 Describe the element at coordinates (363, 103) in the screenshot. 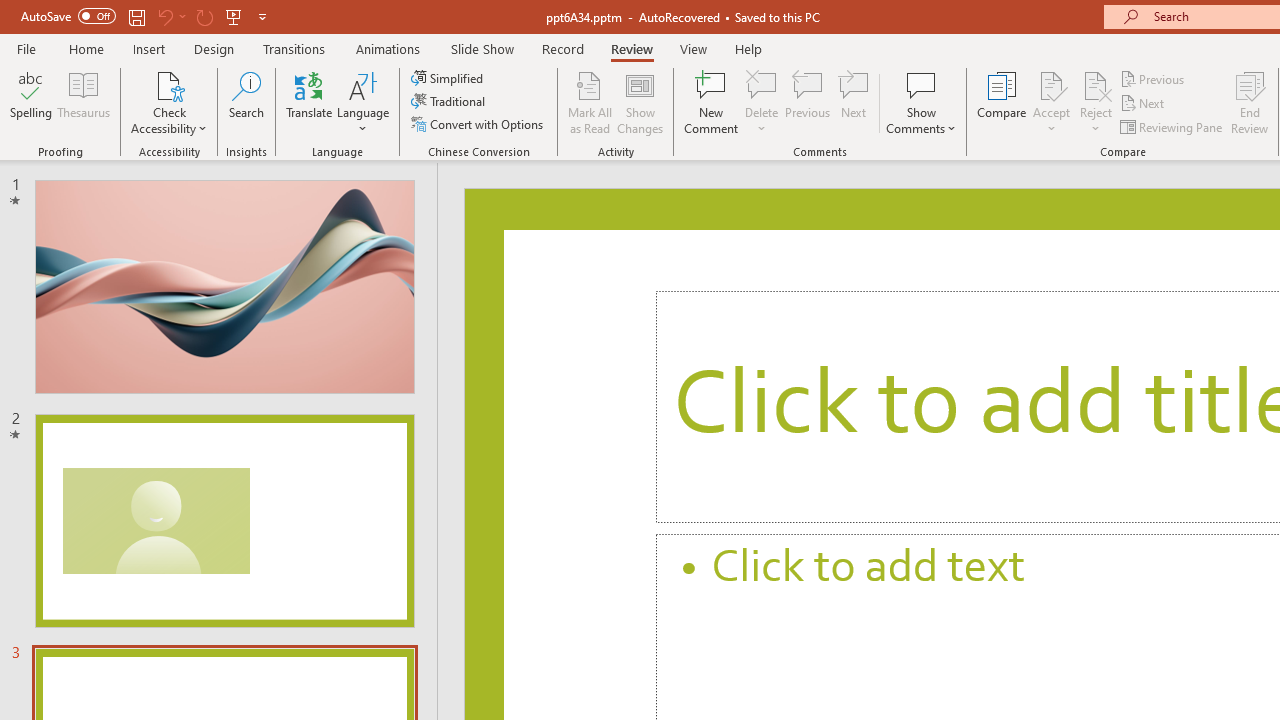

I see `'Language'` at that location.